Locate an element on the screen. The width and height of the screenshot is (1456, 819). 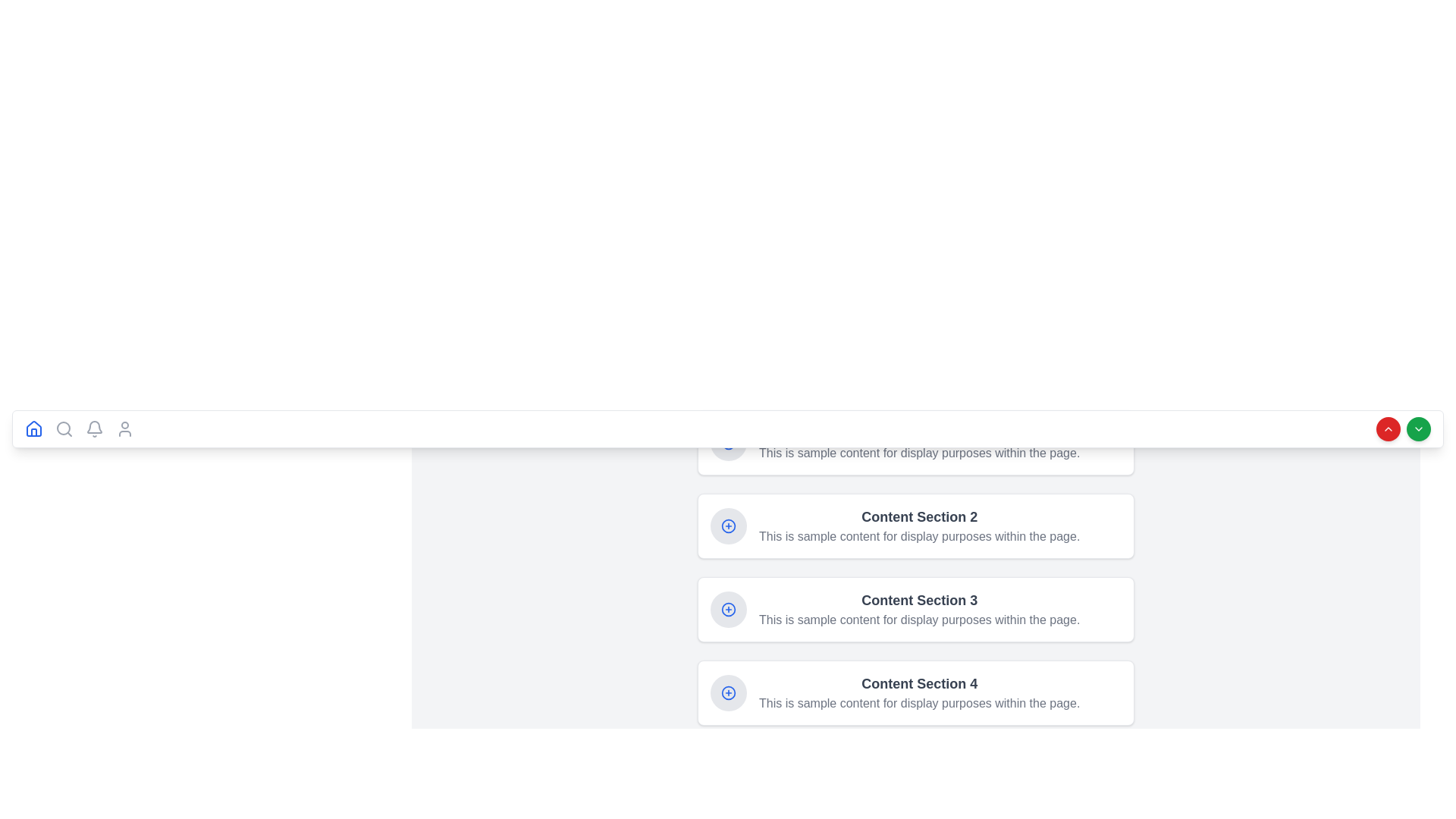
the bell-shaped icon for new notifications indication, which is styled gray and turns blue when hovered over, located in the navigation bar as the third item from the left is located at coordinates (93, 429).